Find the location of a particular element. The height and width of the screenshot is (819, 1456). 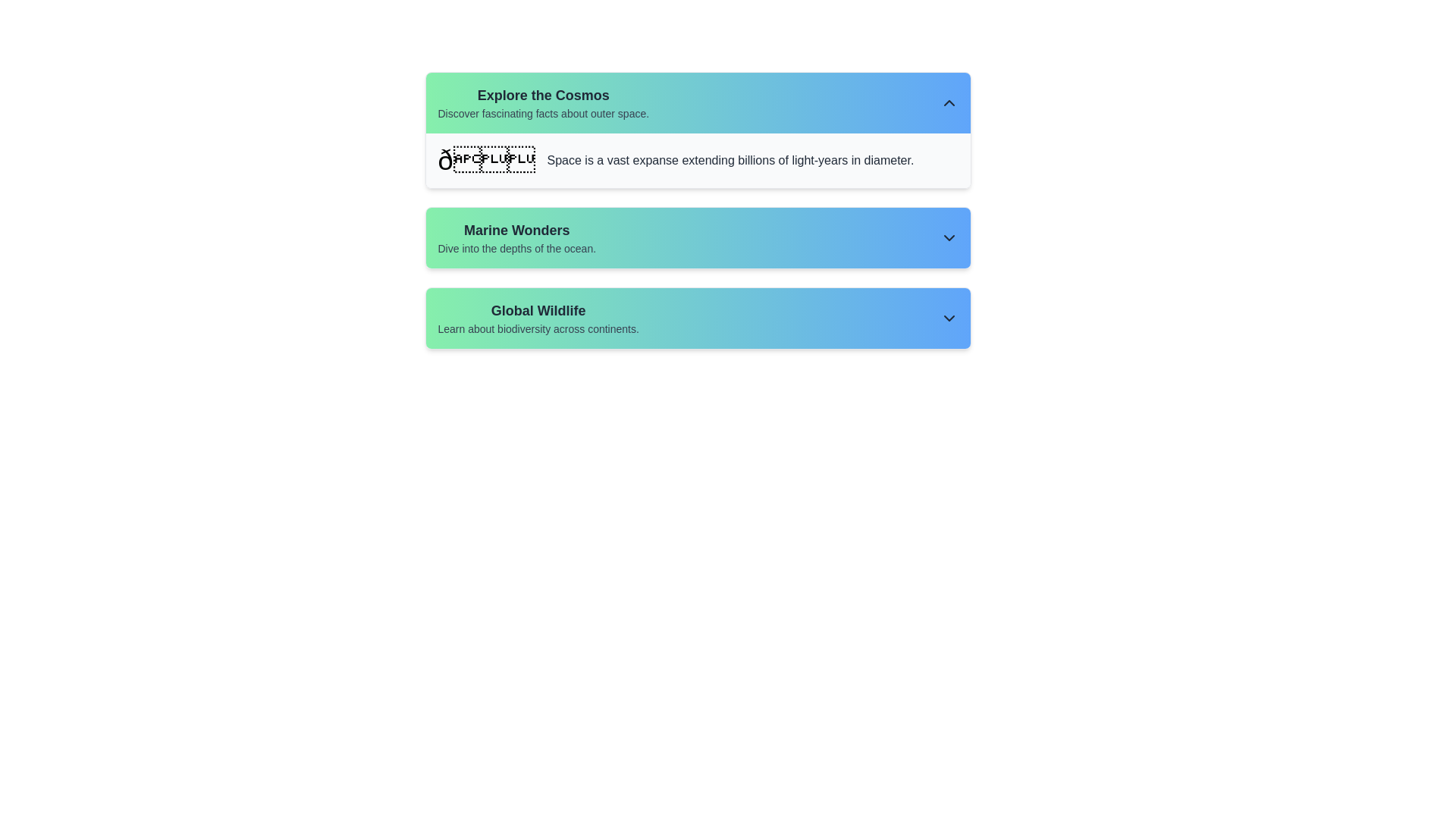

the text element displaying 'Space is a vast expanse extending billions of light-years in diameter' is located at coordinates (730, 161).